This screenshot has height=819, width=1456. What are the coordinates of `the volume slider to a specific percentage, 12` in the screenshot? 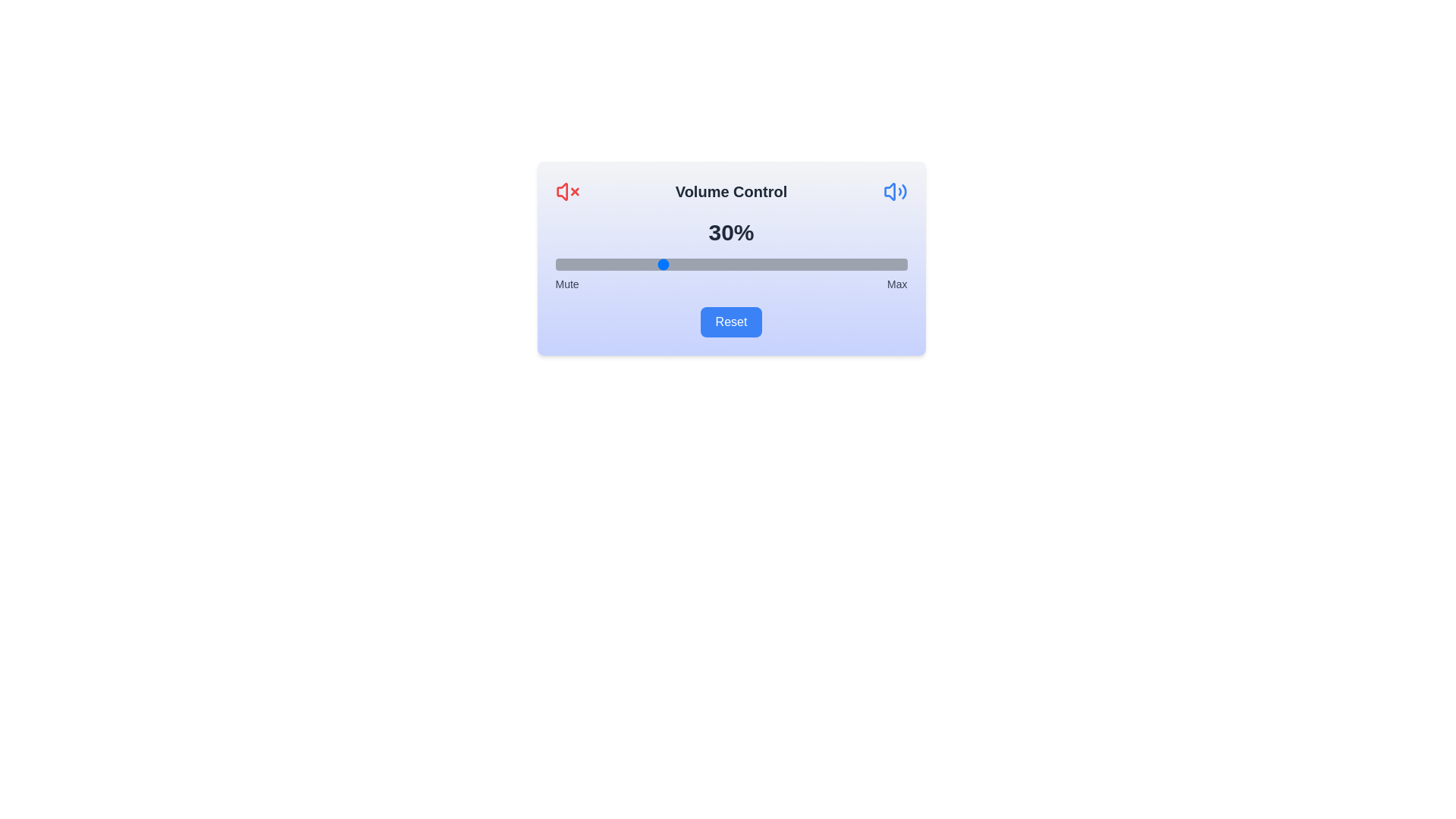 It's located at (597, 263).